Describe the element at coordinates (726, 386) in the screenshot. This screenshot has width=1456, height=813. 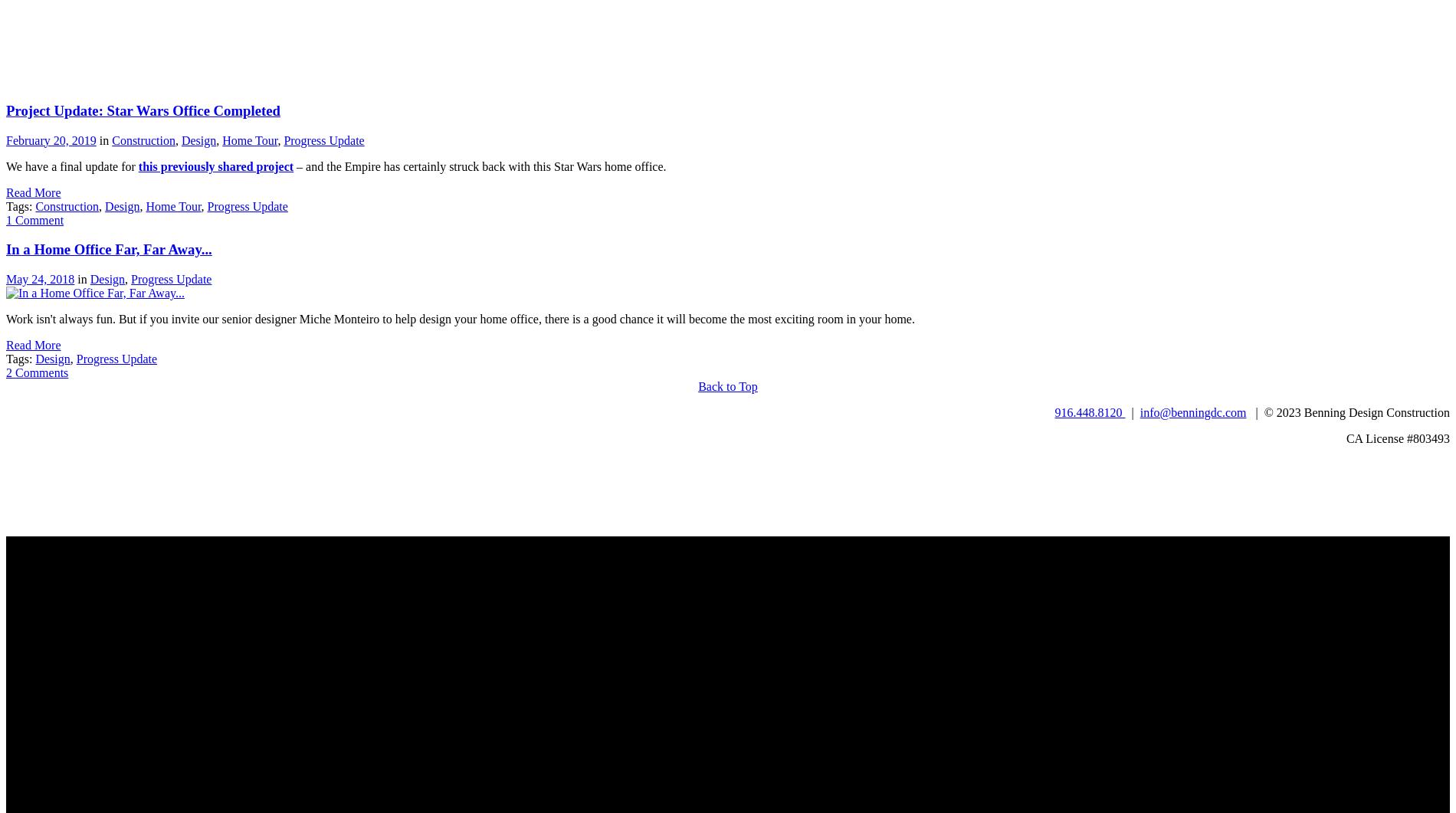
I see `'Back to Top'` at that location.